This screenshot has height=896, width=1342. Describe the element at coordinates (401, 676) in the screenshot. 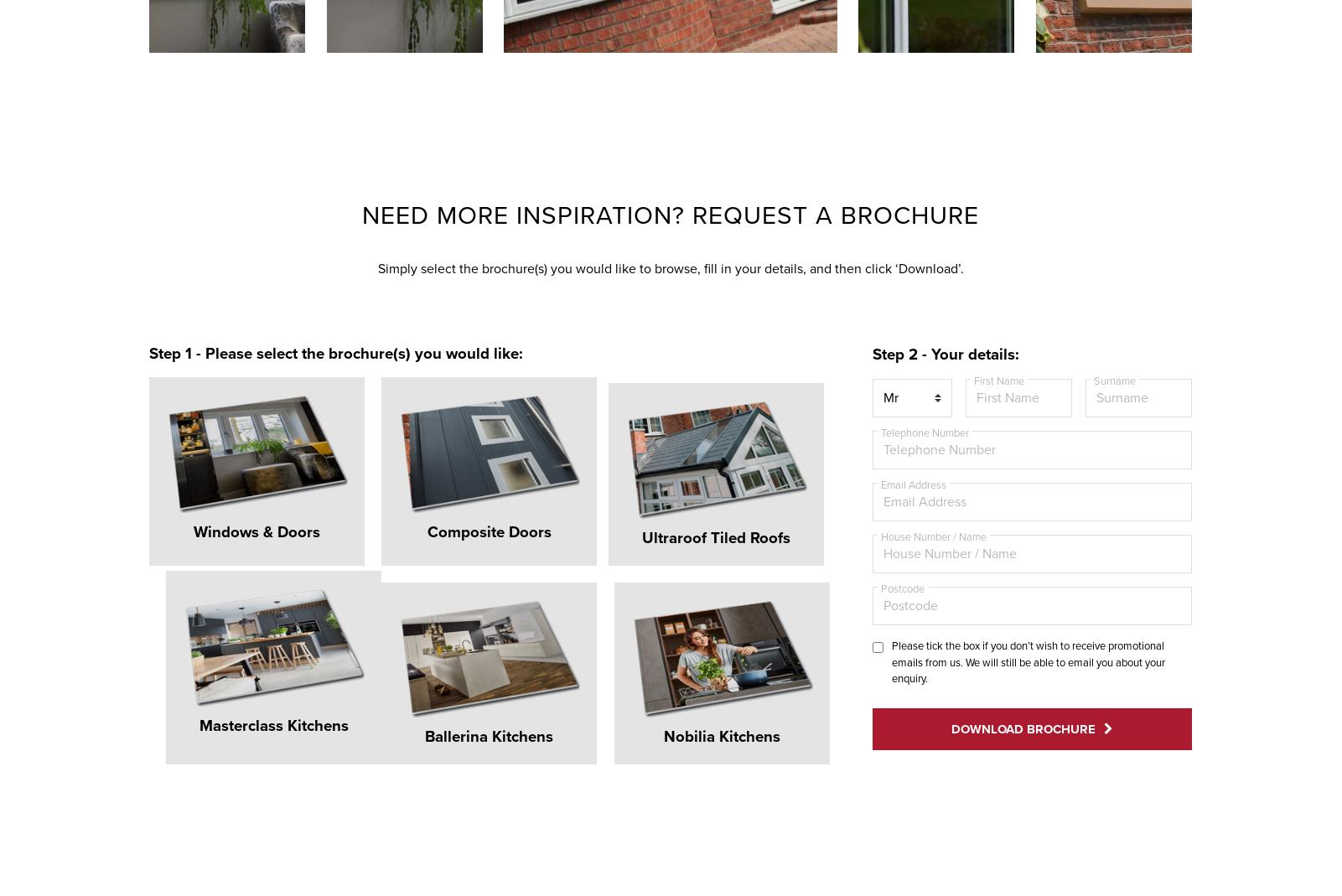

I see `'Nobilia Kitchens'` at that location.